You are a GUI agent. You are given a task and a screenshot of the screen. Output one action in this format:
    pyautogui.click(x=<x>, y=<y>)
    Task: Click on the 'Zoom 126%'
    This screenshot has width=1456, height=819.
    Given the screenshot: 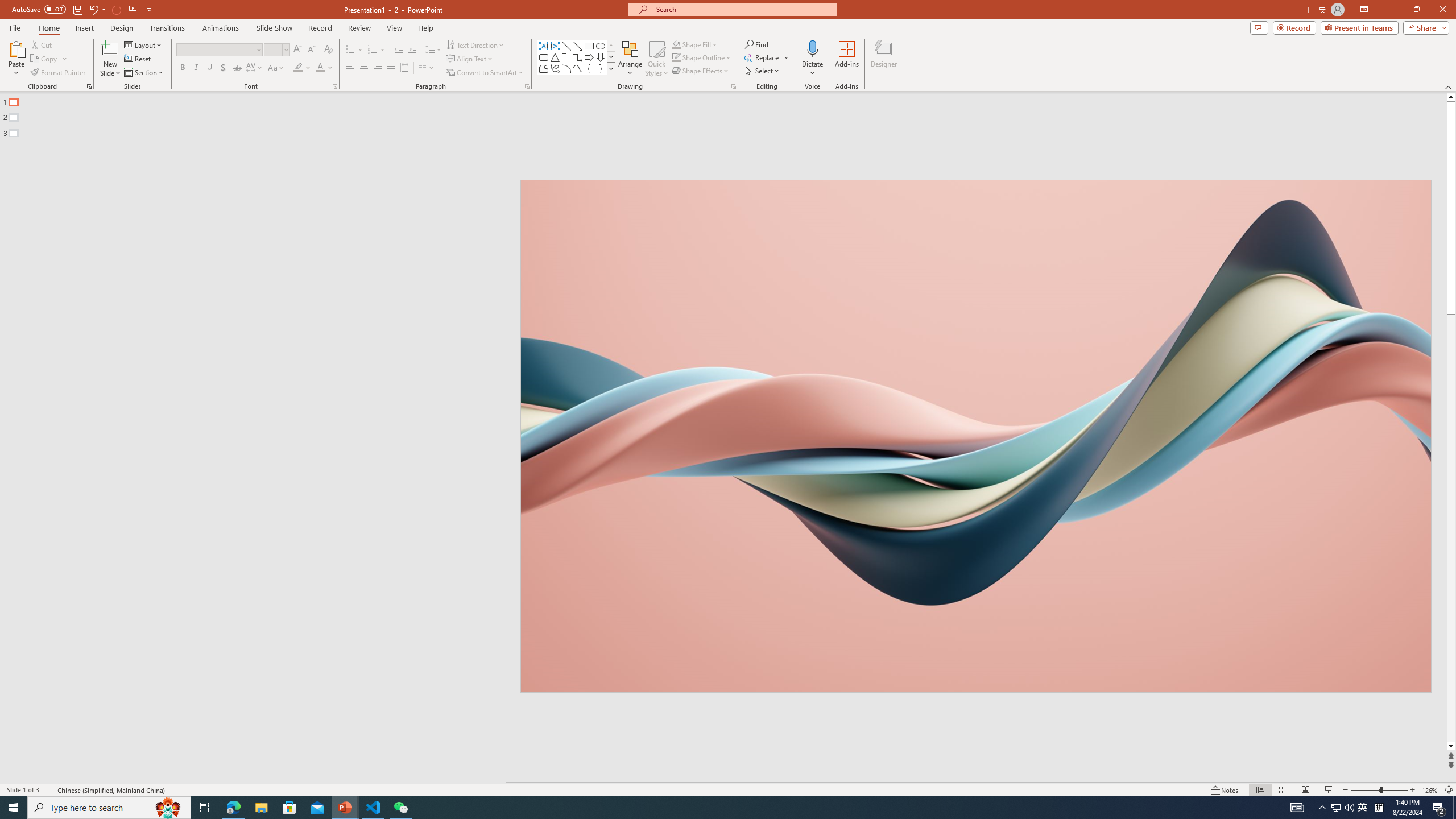 What is the action you would take?
    pyautogui.click(x=1430, y=790)
    